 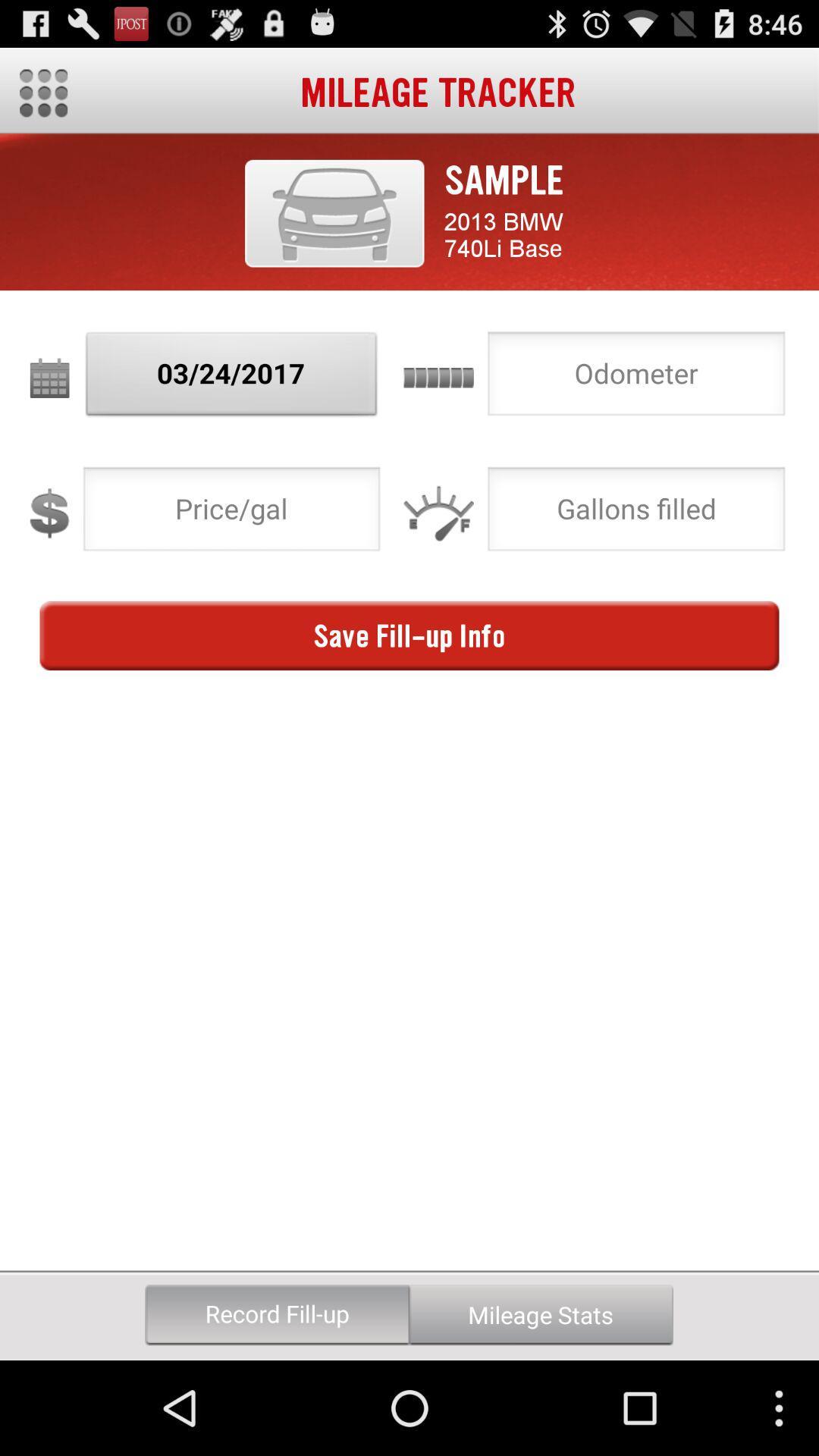 What do you see at coordinates (334, 212) in the screenshot?
I see `the item next to sample  item` at bounding box center [334, 212].